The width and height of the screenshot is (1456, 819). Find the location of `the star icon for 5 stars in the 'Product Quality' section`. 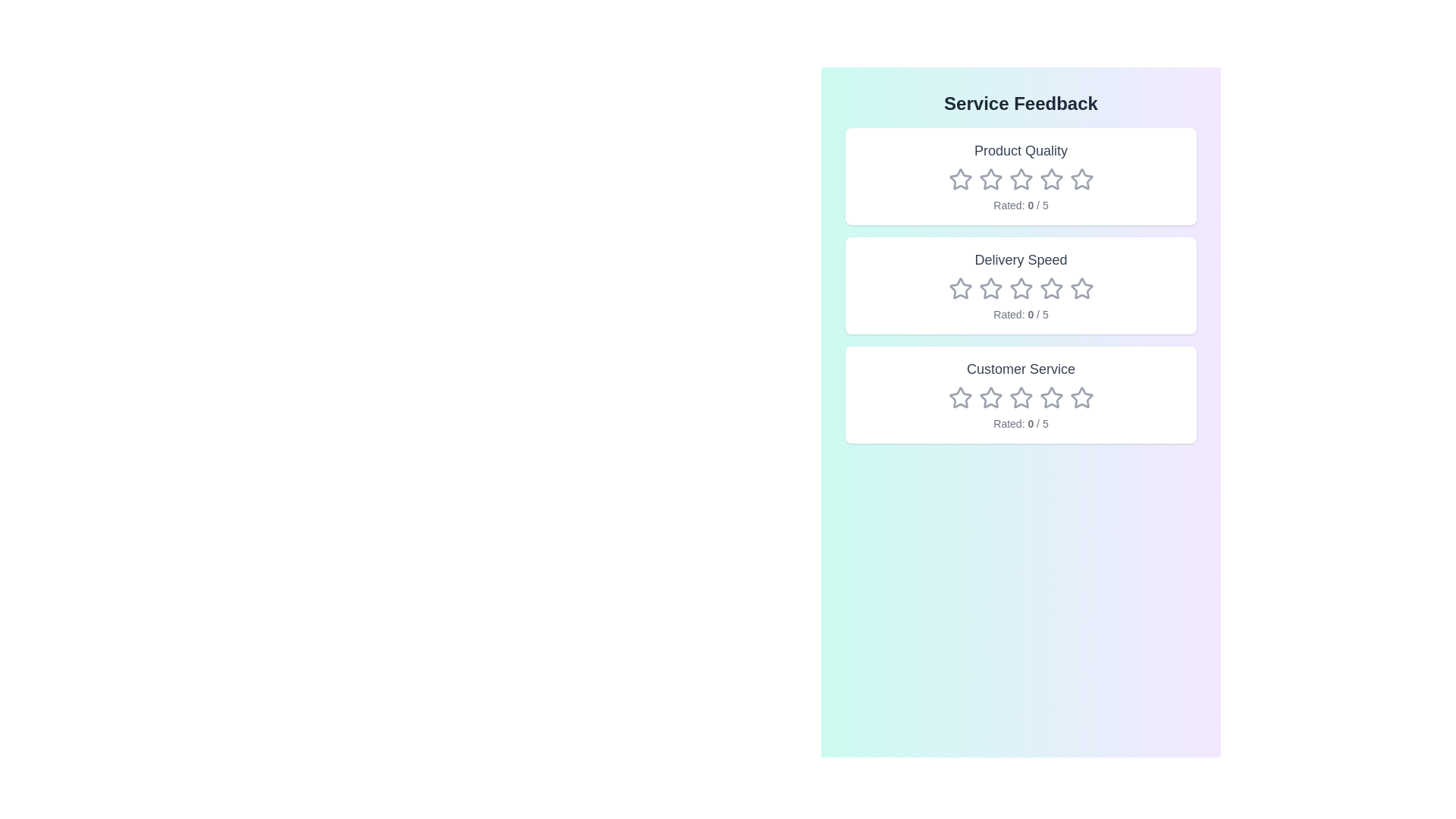

the star icon for 5 stars in the 'Product Quality' section is located at coordinates (1081, 178).